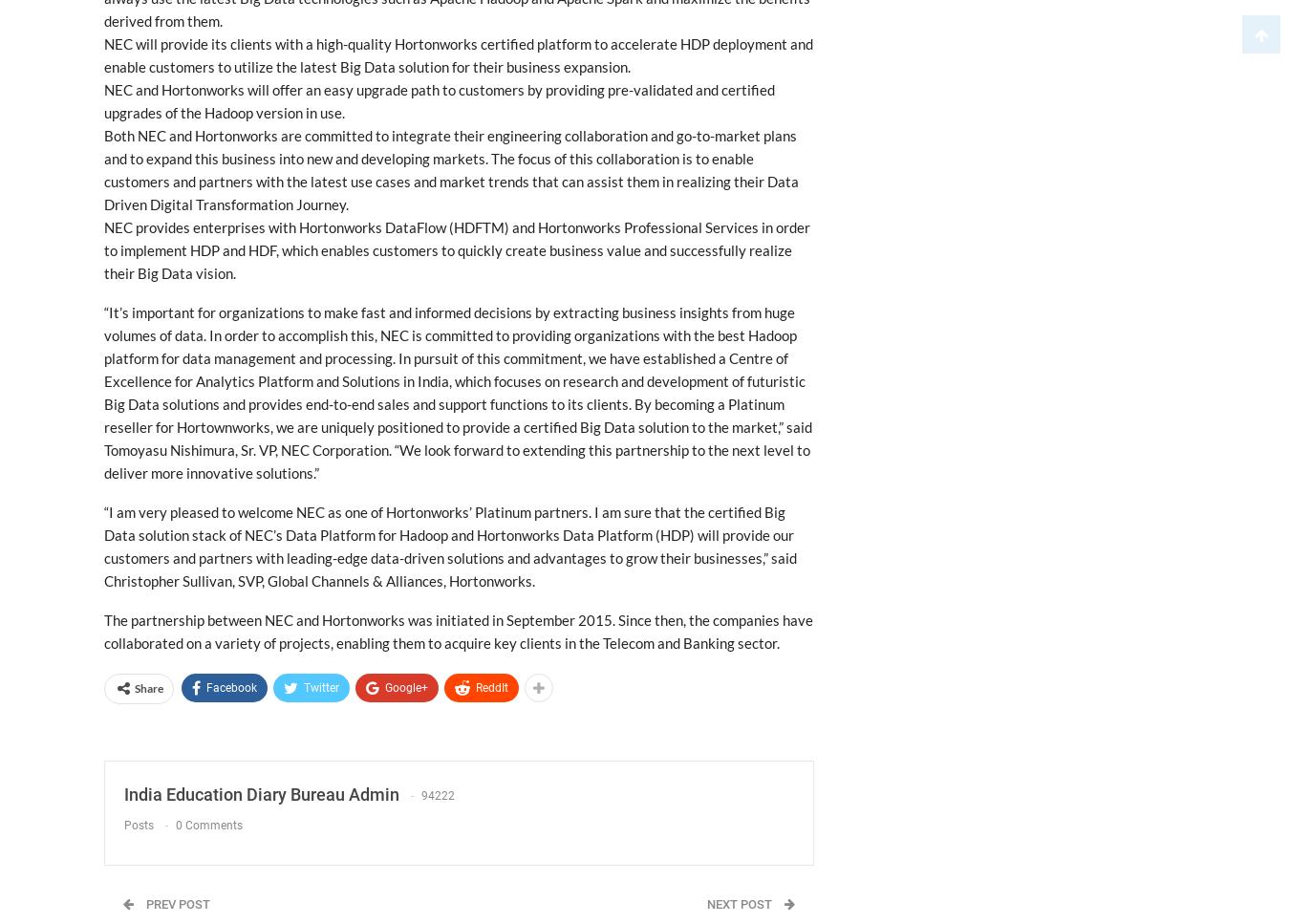 The image size is (1290, 924). I want to click on 'India Education Diary Bureau Admin', so click(261, 794).